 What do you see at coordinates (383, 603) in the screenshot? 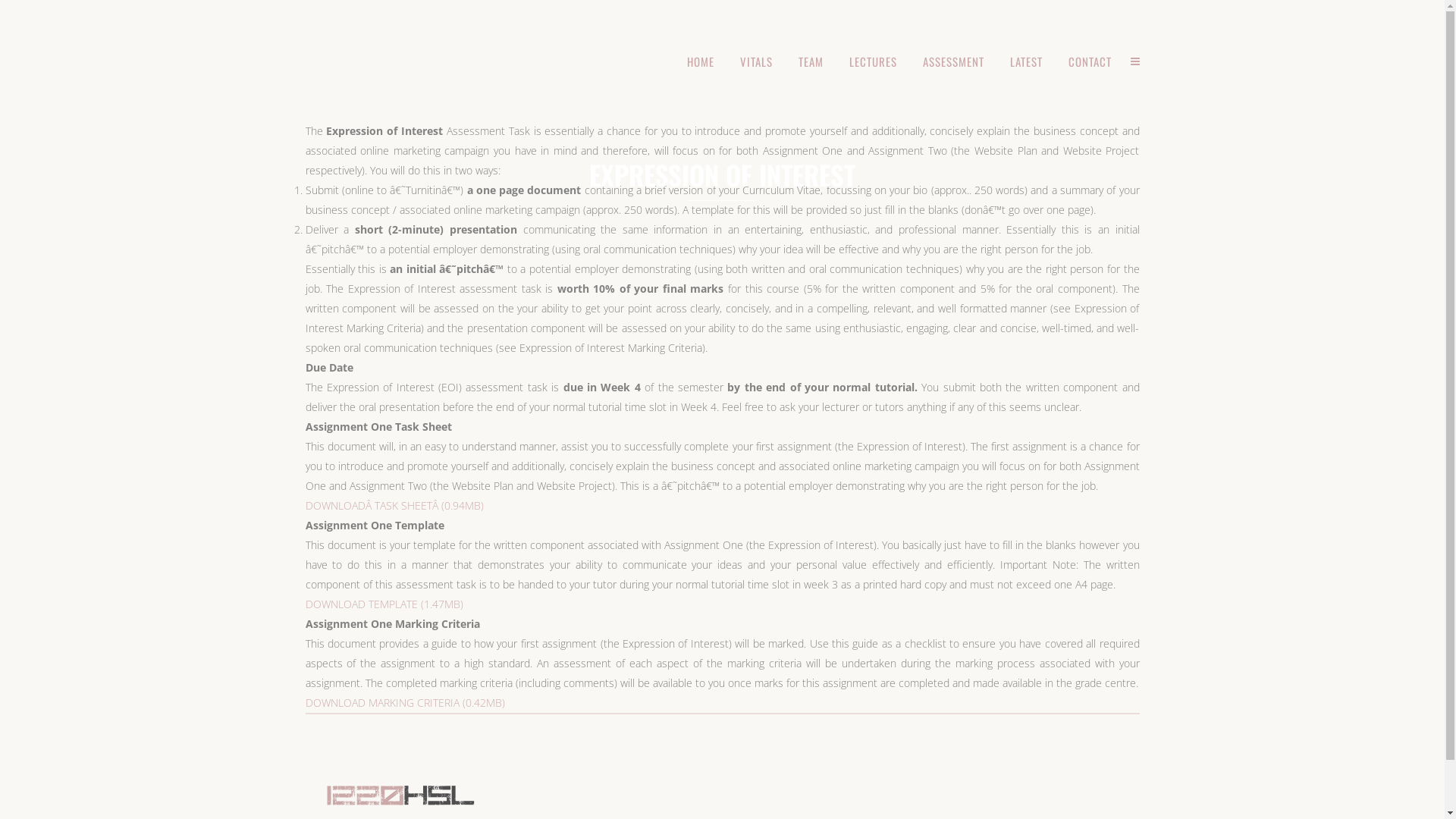
I see `'DOWNLOAD TEMPLATE (1.47MB)'` at bounding box center [383, 603].